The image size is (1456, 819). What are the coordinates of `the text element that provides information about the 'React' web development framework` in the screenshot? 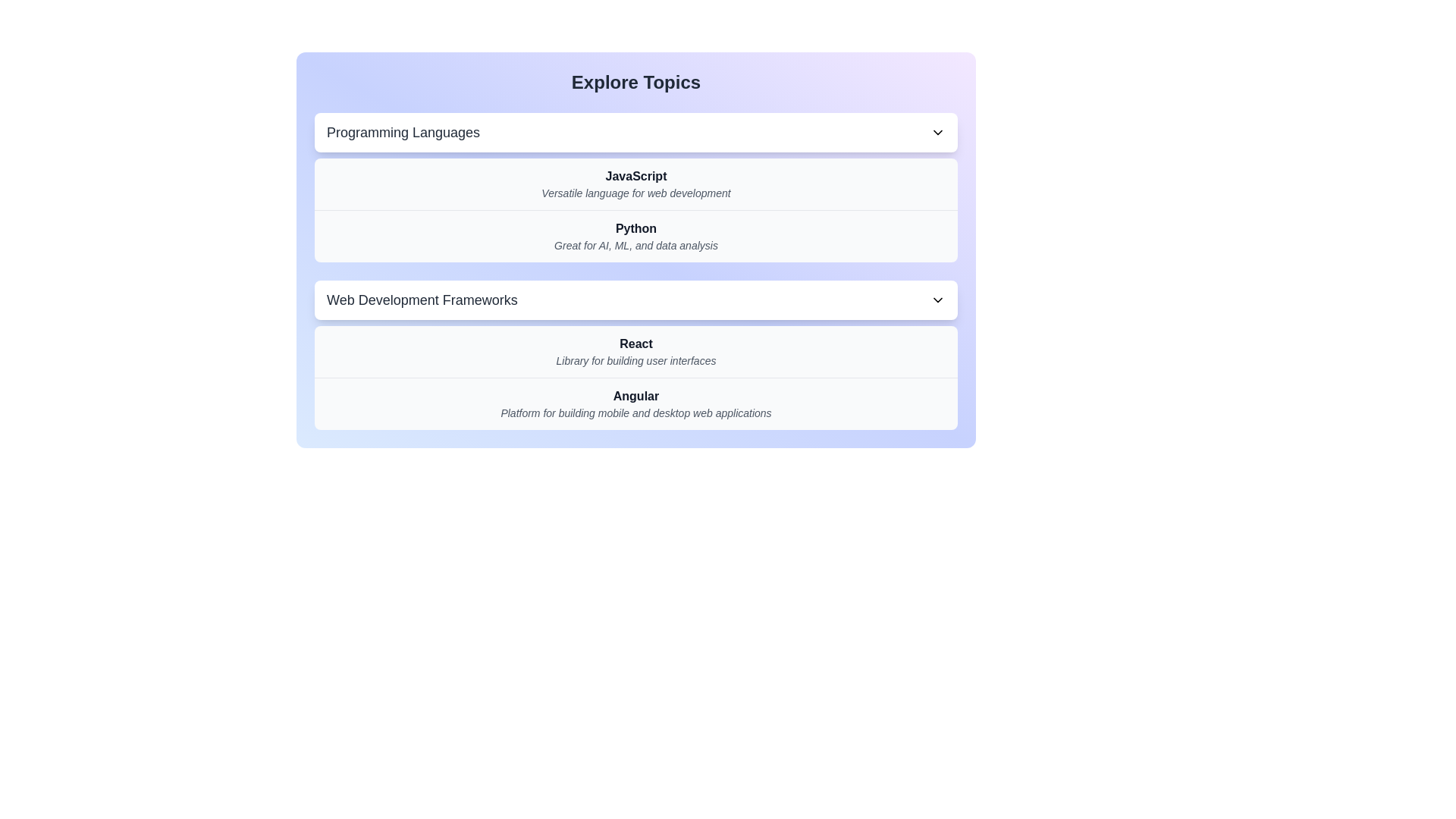 It's located at (636, 351).